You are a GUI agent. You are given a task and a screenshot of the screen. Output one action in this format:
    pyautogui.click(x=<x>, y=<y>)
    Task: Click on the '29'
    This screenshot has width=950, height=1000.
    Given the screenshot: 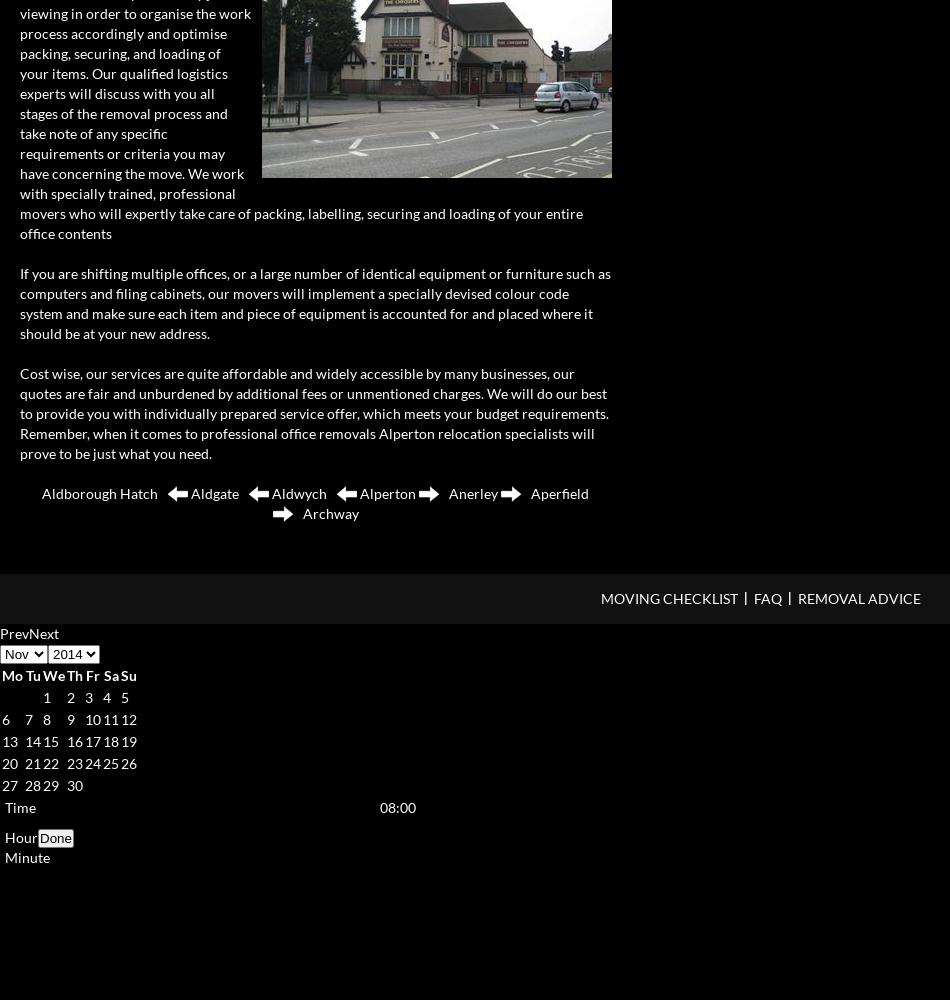 What is the action you would take?
    pyautogui.click(x=43, y=784)
    